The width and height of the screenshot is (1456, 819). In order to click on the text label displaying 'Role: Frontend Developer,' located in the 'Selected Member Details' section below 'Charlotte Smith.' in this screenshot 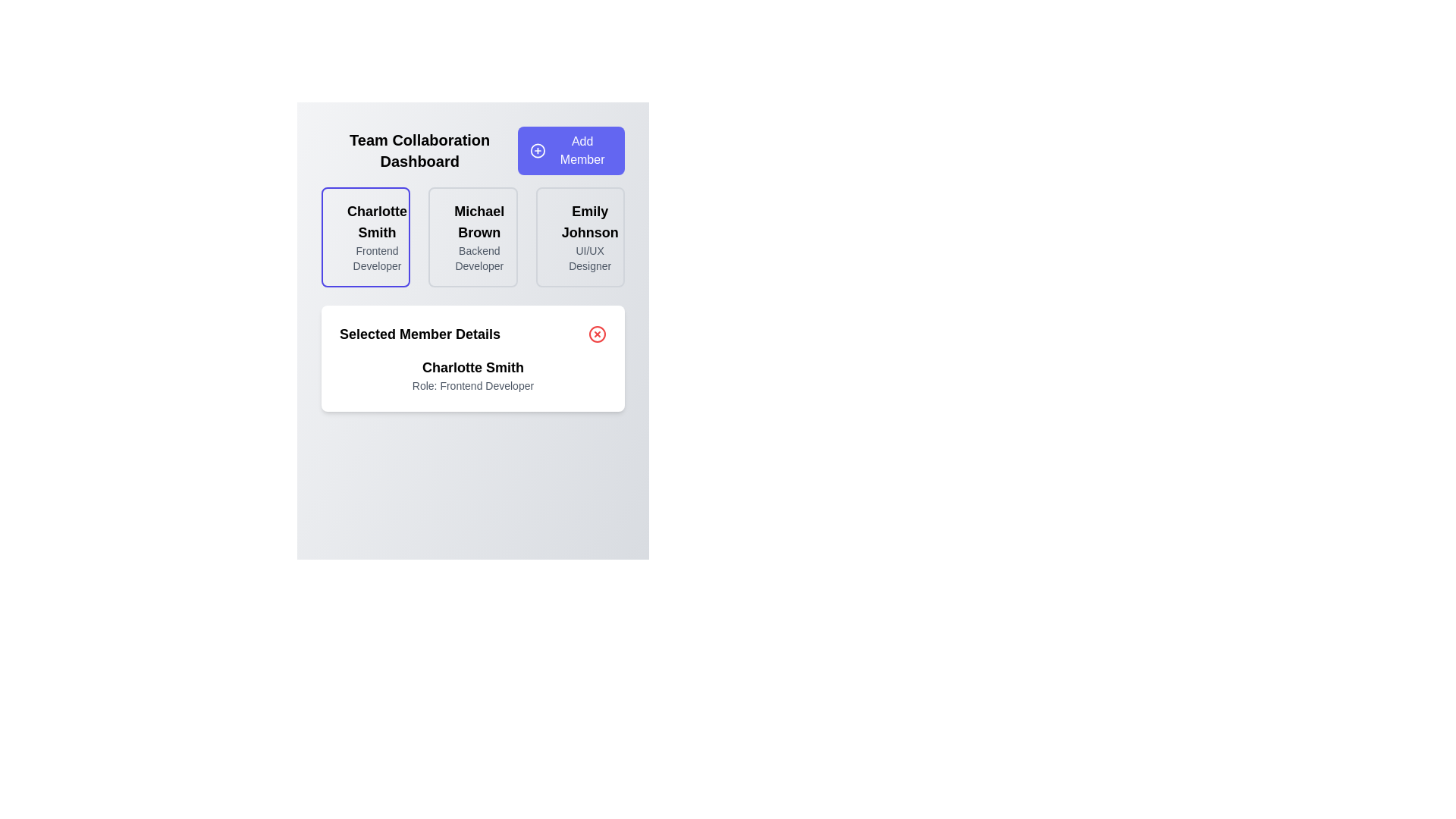, I will do `click(472, 385)`.